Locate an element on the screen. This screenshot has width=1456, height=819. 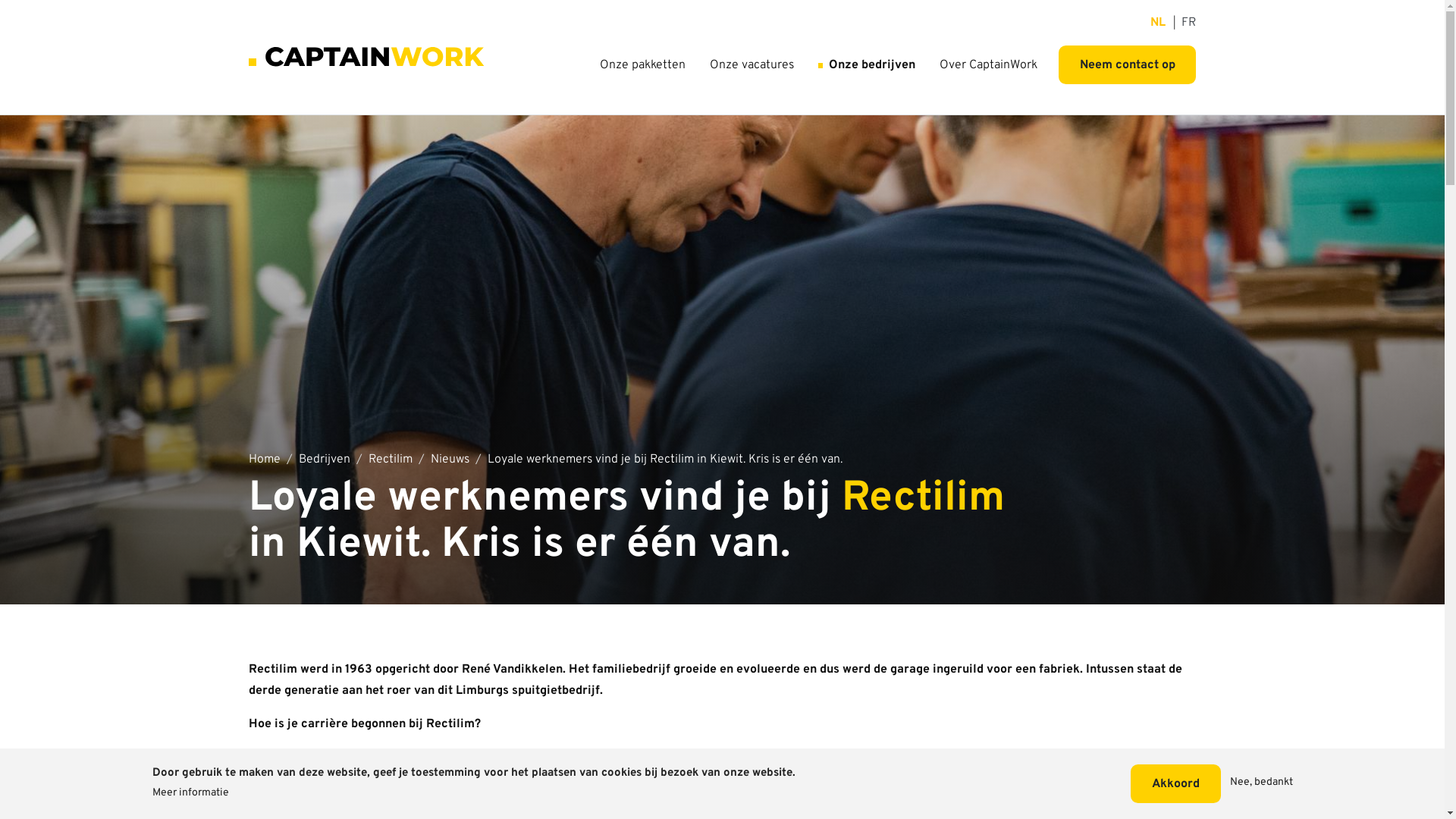
'Nee, bedankt' is located at coordinates (1261, 783).